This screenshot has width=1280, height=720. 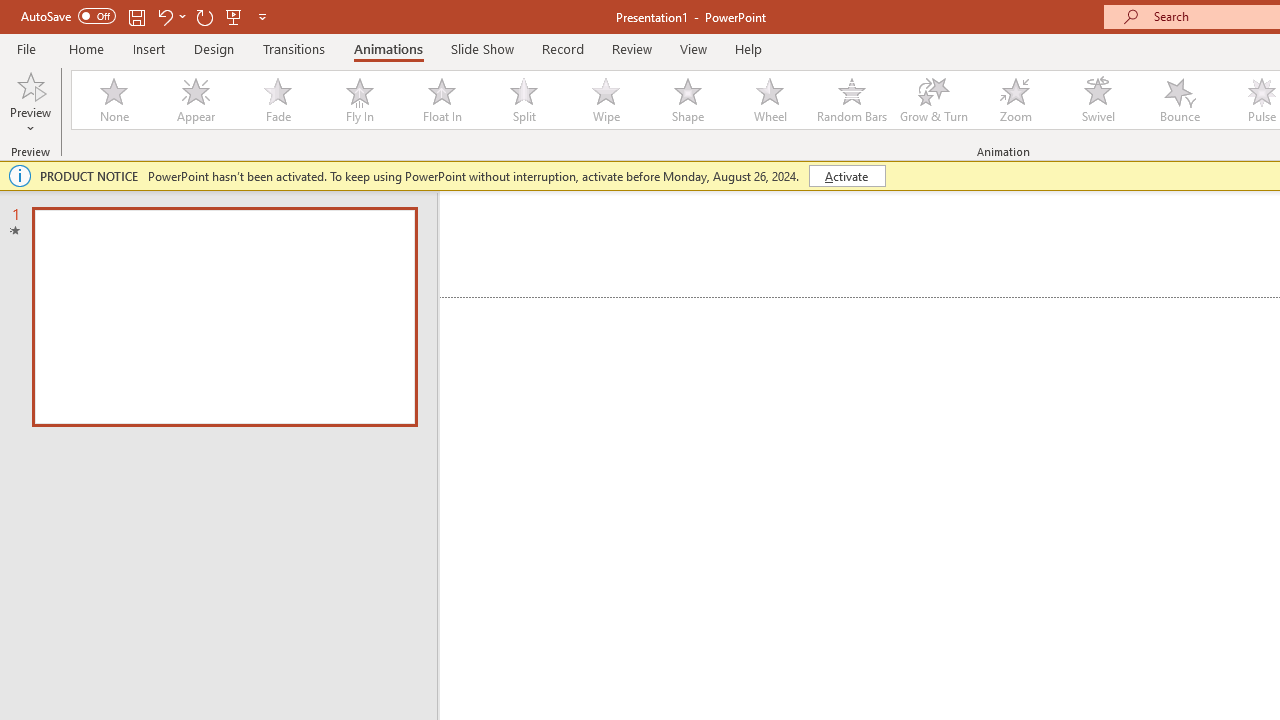 I want to click on 'Appear', so click(x=195, y=100).